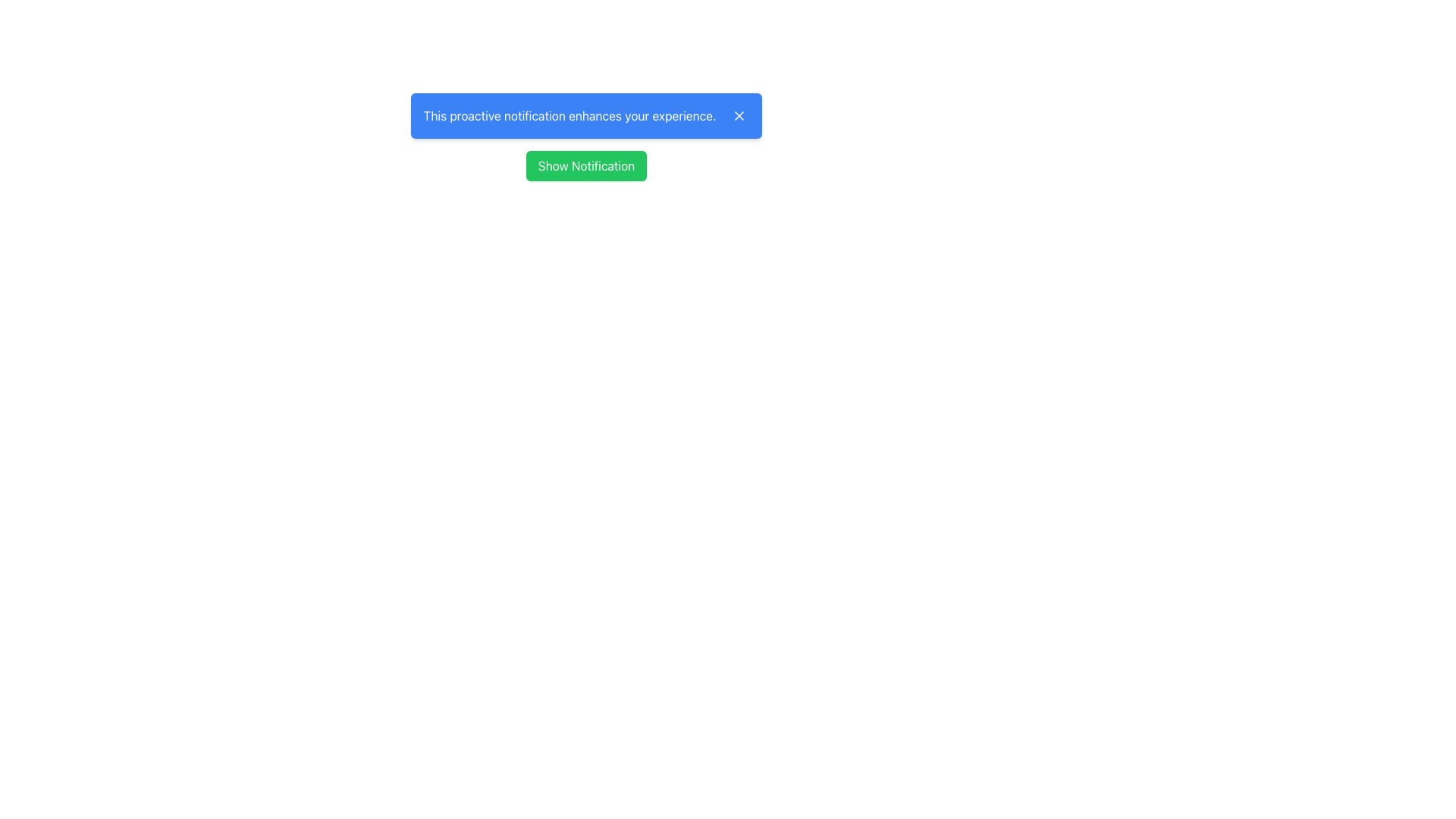  I want to click on the close button located at the top-right corner of the blue notification bar, so click(739, 115).